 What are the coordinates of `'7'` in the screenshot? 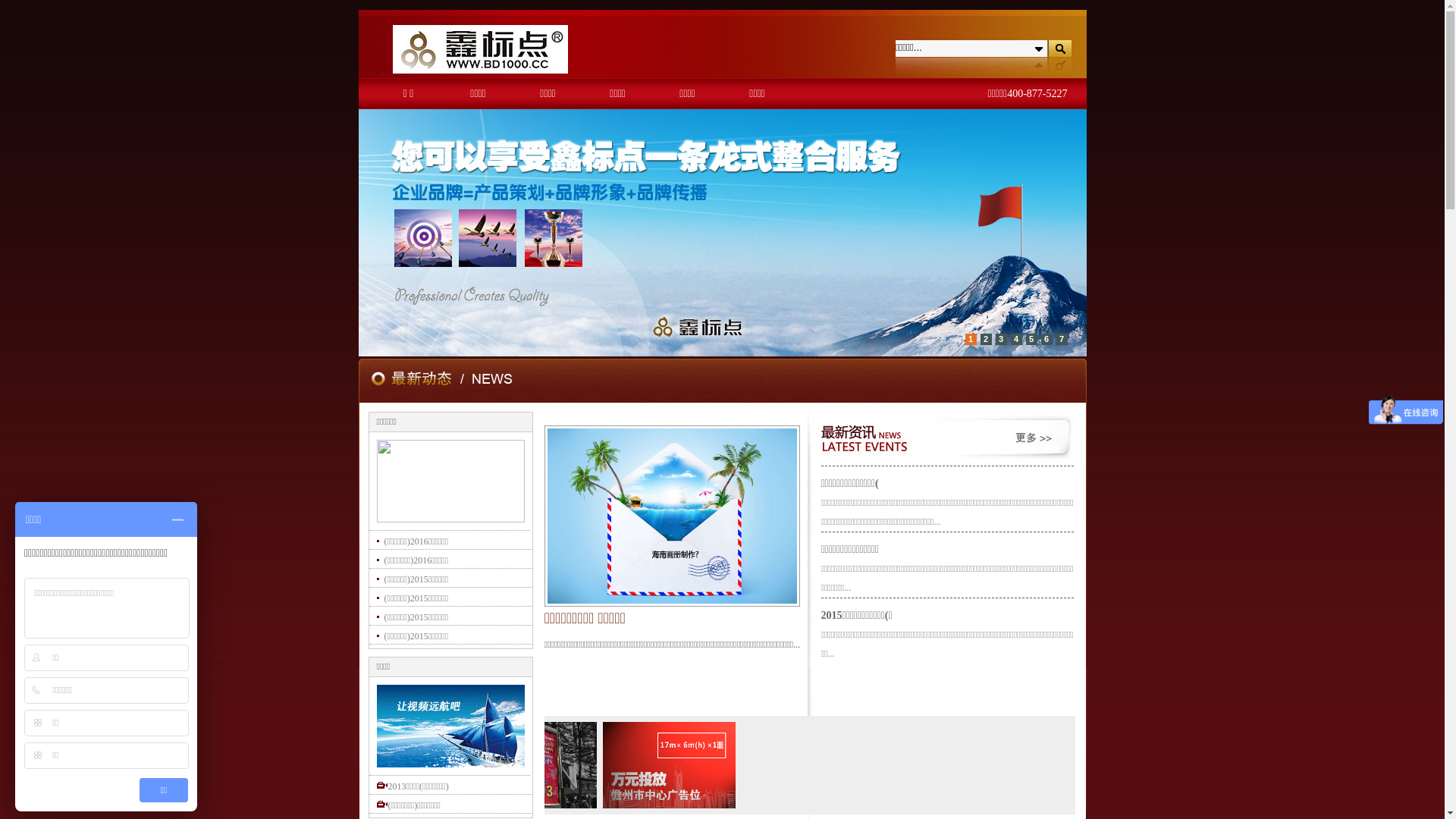 It's located at (1060, 338).